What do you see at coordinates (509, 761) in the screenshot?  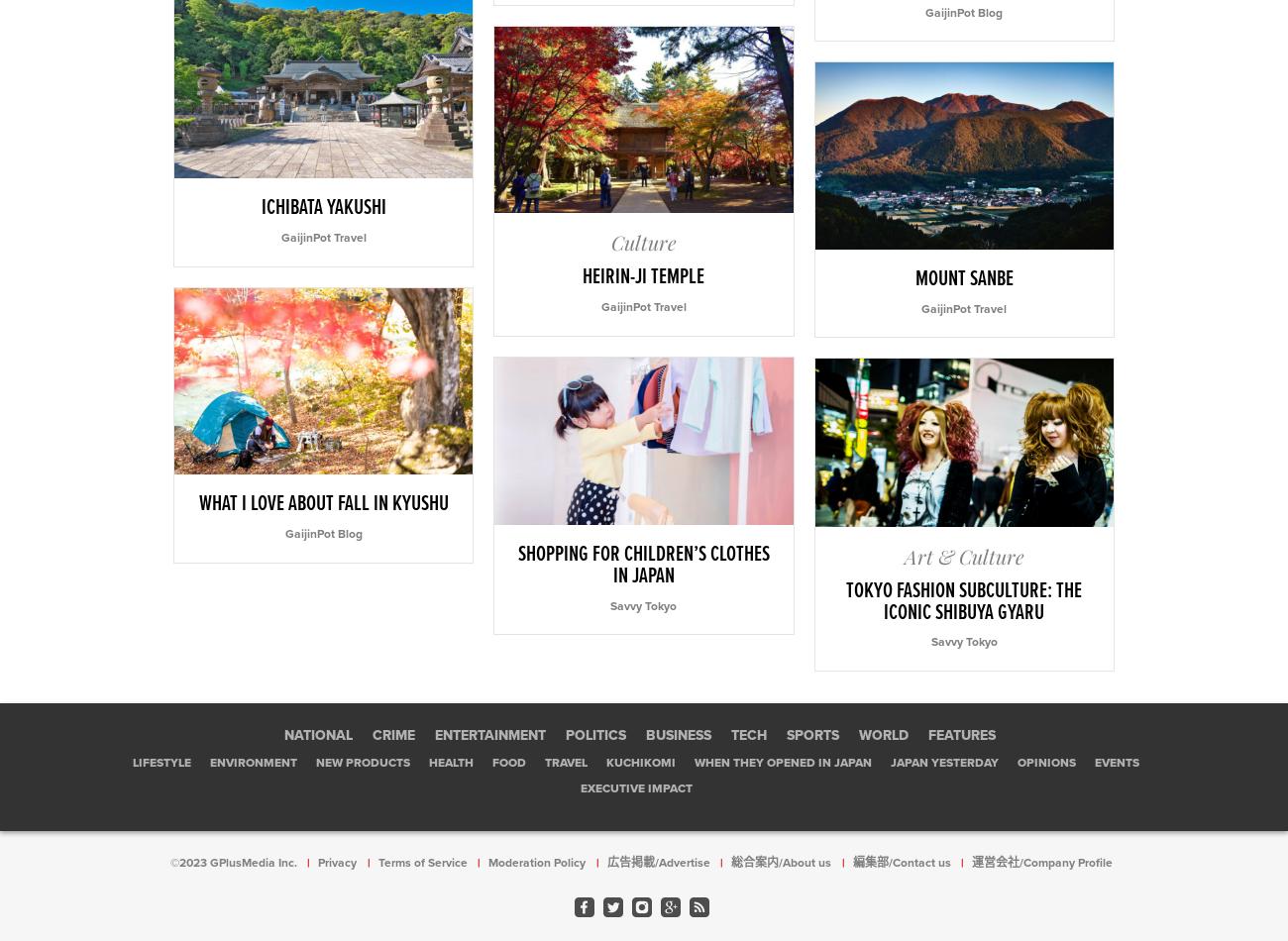 I see `'Food'` at bounding box center [509, 761].